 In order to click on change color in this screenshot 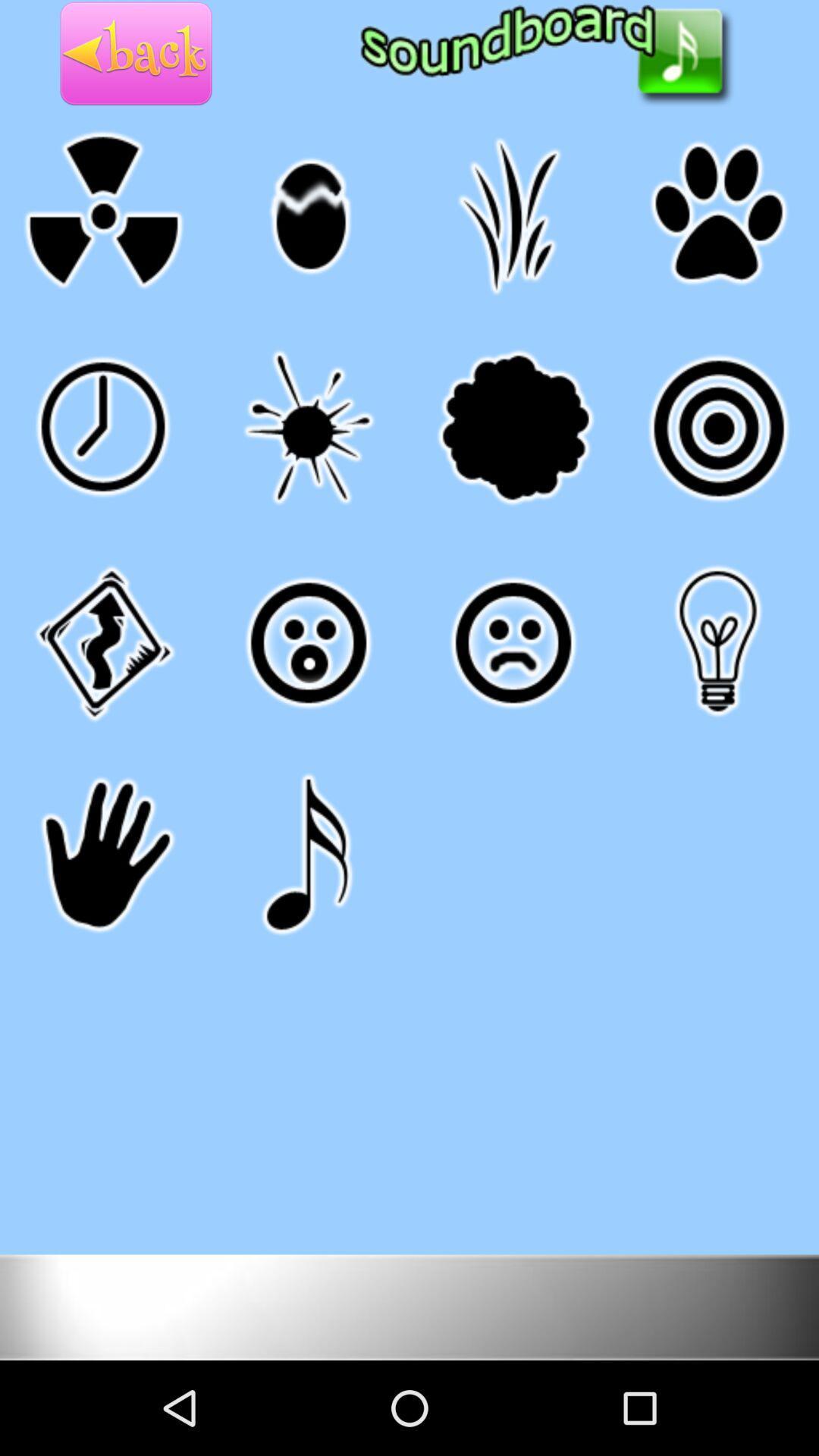, I will do `click(409, 1306)`.